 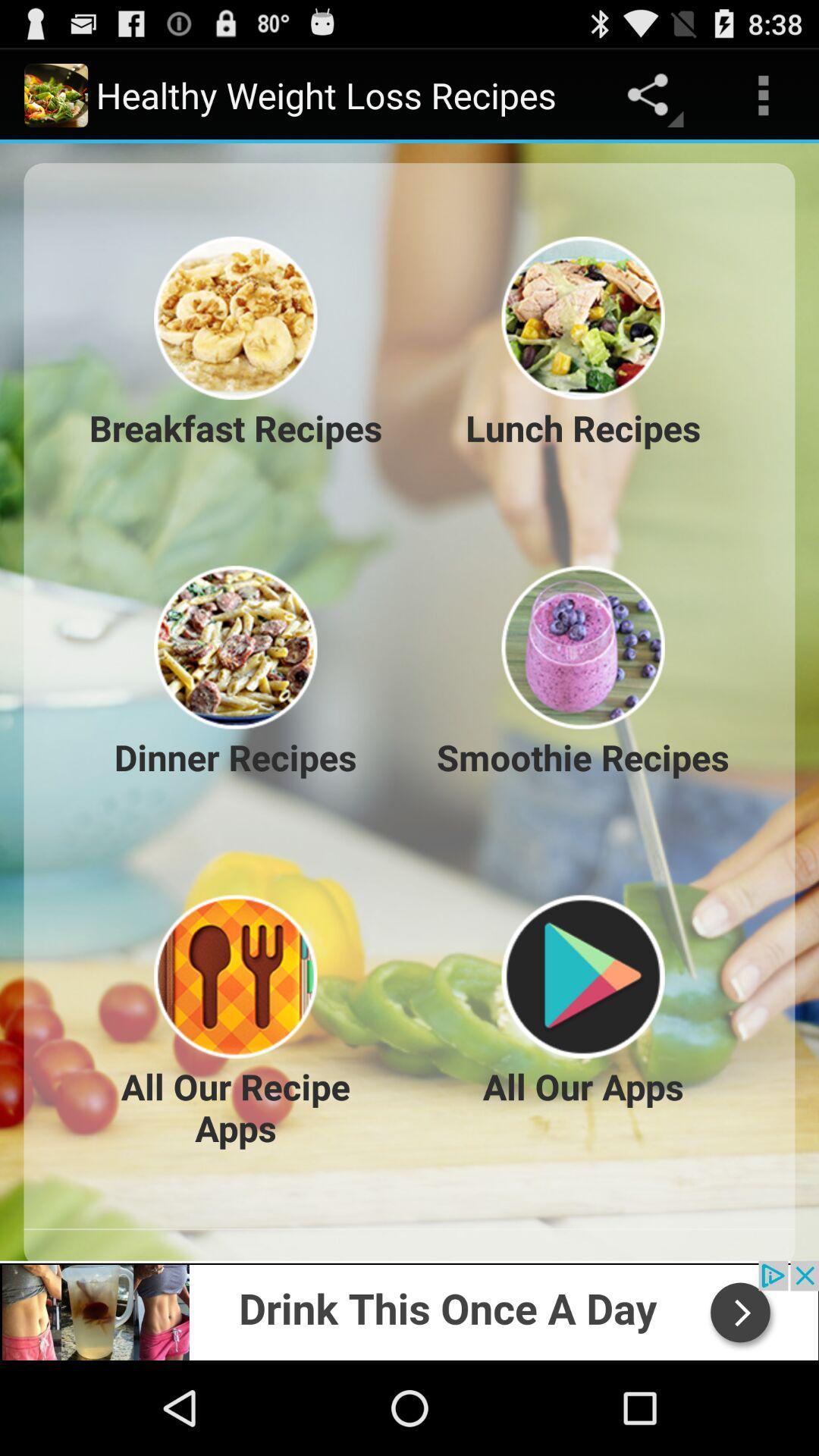 What do you see at coordinates (409, 1310) in the screenshot?
I see `advertisement` at bounding box center [409, 1310].